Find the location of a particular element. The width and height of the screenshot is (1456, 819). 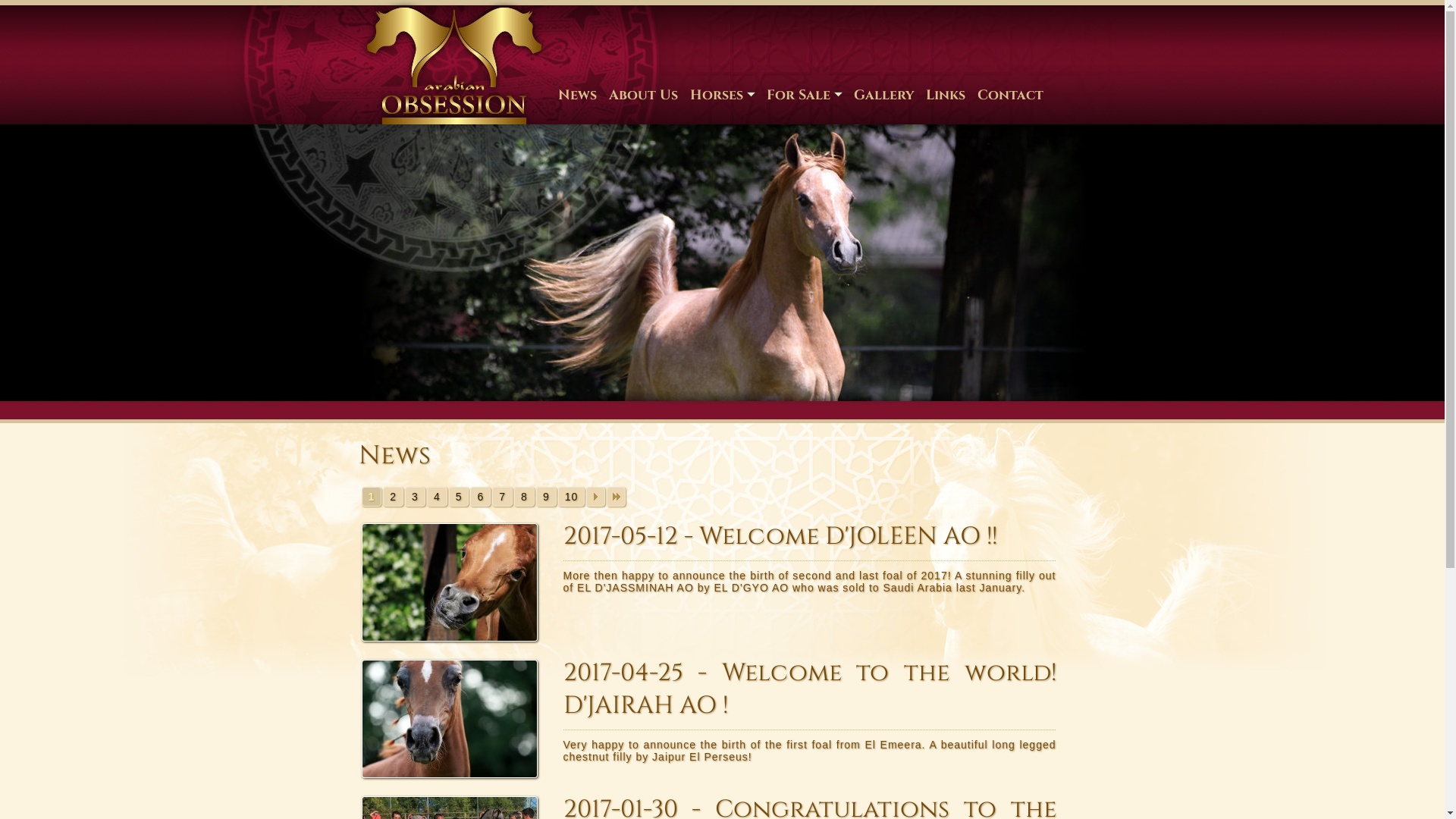

'Welcome D'JOLEEN AO !!' is located at coordinates (455, 581).